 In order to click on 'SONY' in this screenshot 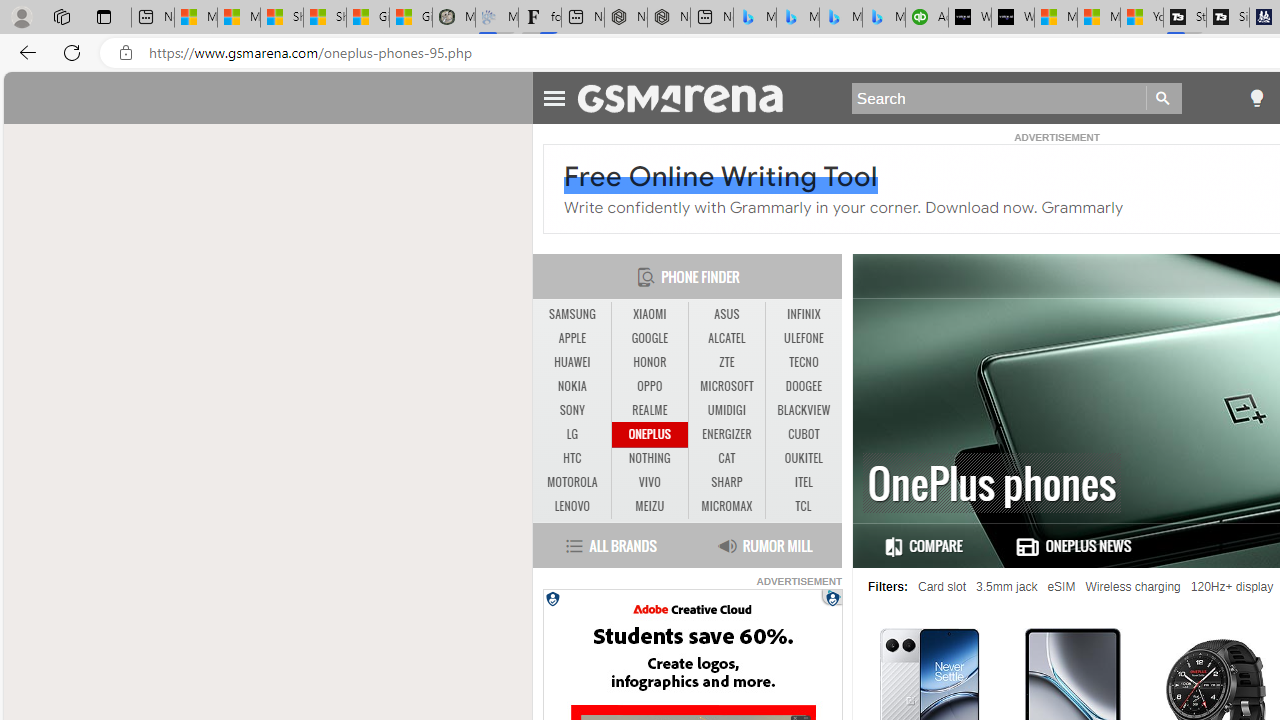, I will do `click(571, 410)`.